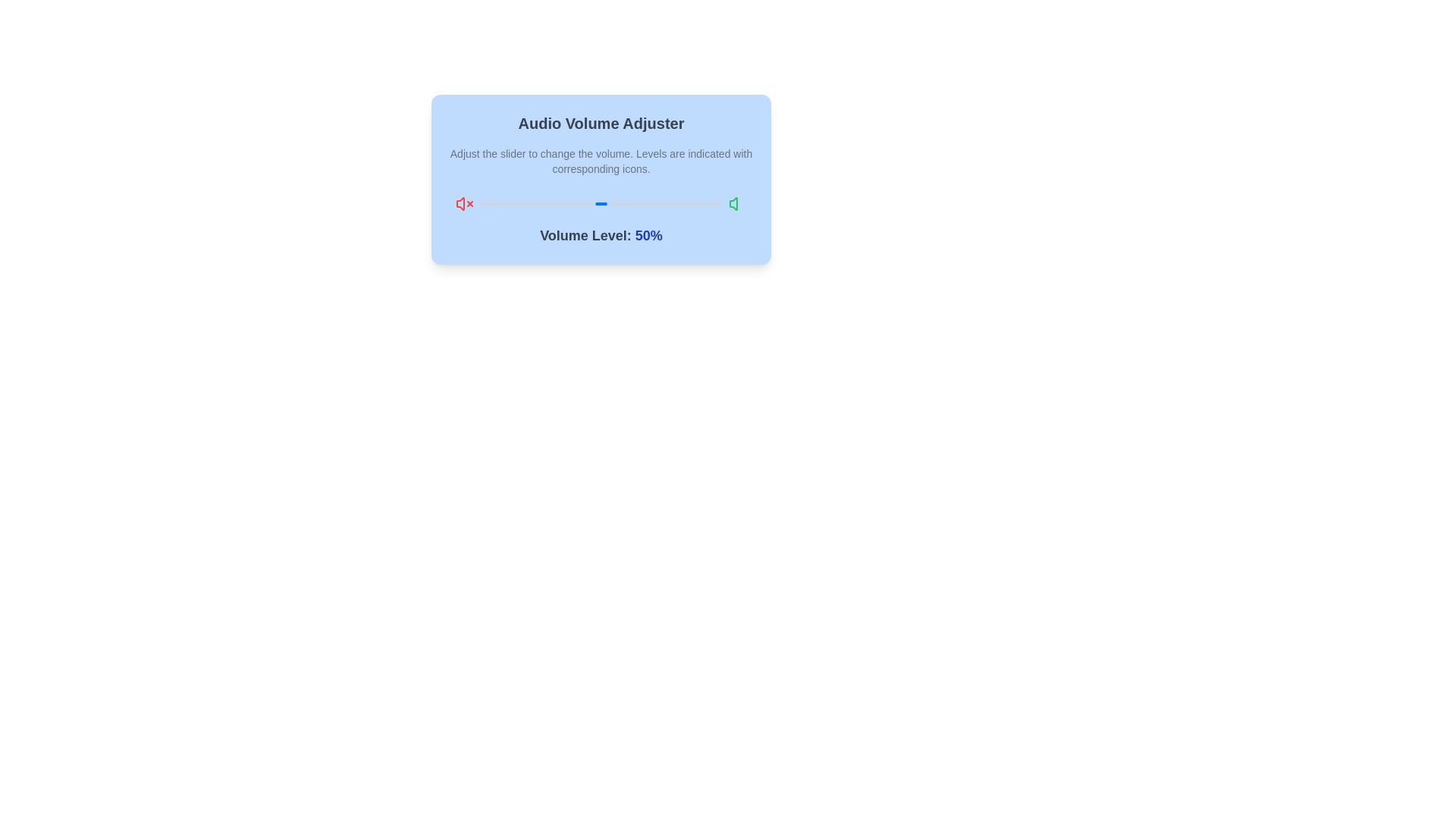 Image resolution: width=1456 pixels, height=819 pixels. I want to click on the slider to set the volume to 93%, so click(704, 203).